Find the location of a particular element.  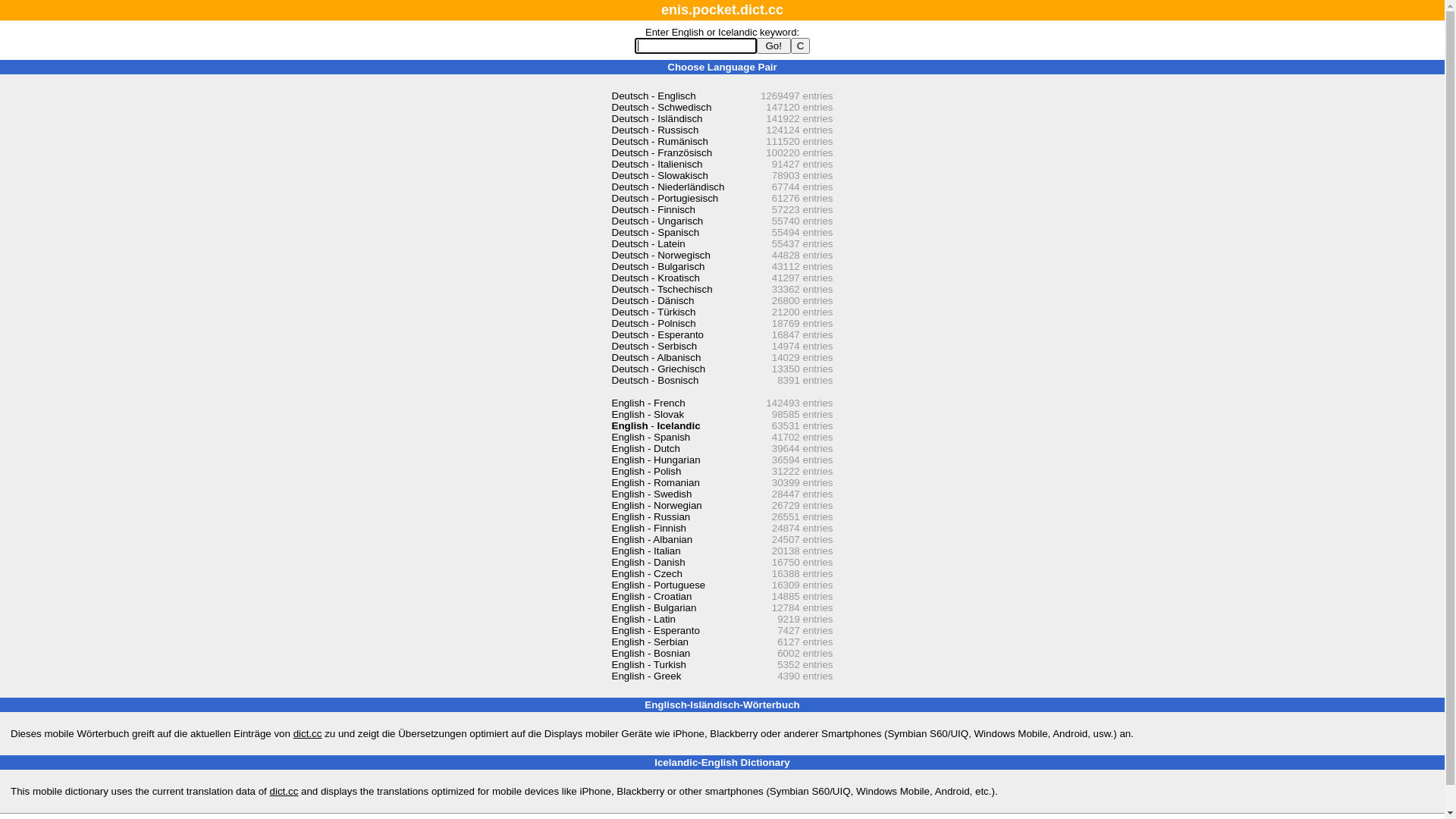

'English - Albanian' is located at coordinates (651, 538).